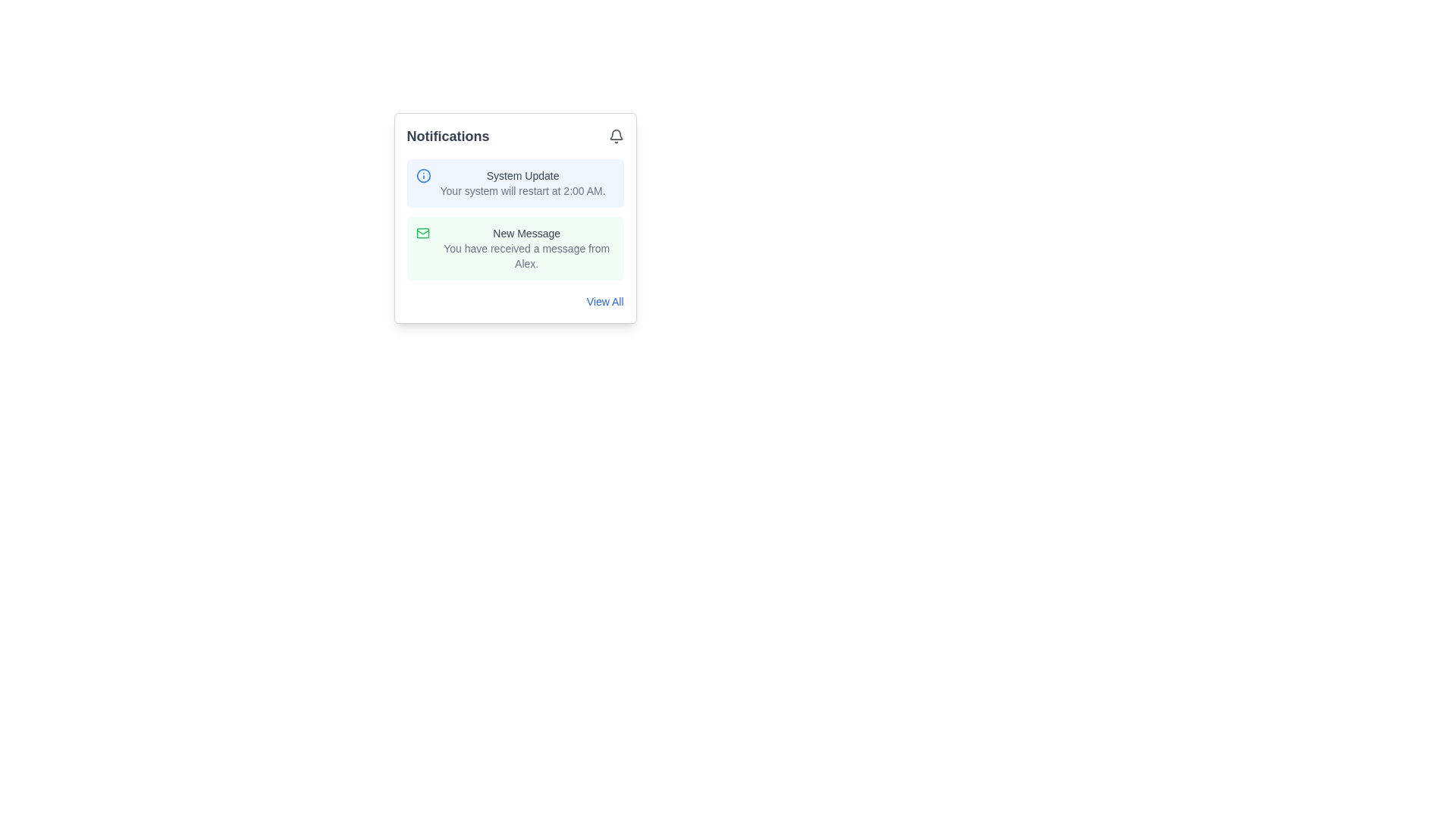 The image size is (1456, 819). Describe the element at coordinates (604, 301) in the screenshot. I see `the link at the lower-right corner of the notification pop-up box` at that location.